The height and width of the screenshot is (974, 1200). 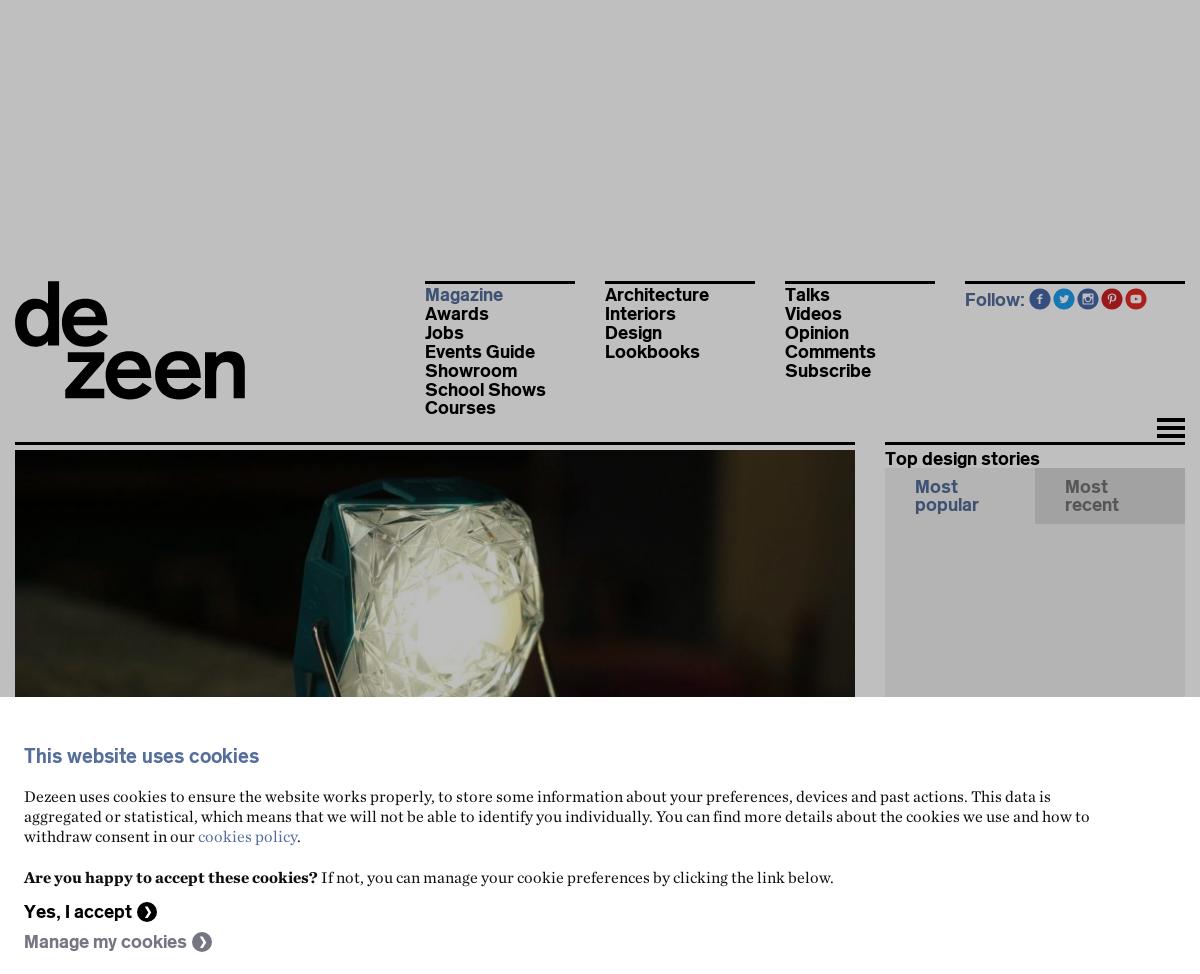 I want to click on '32°N adaptive focus sunglasses switch from distance to reading mode', so click(x=1037, y=924).